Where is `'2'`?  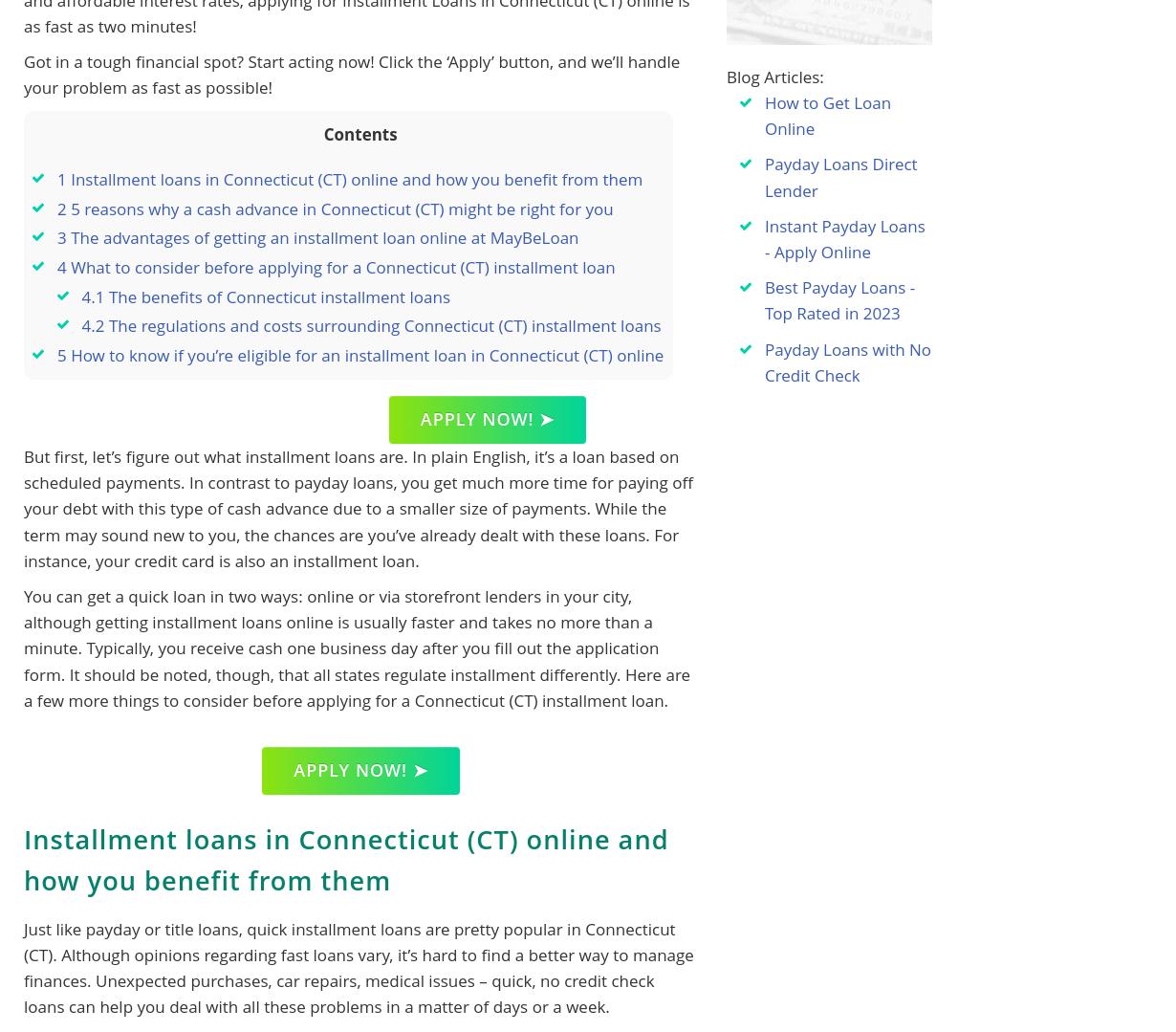 '2' is located at coordinates (61, 207).